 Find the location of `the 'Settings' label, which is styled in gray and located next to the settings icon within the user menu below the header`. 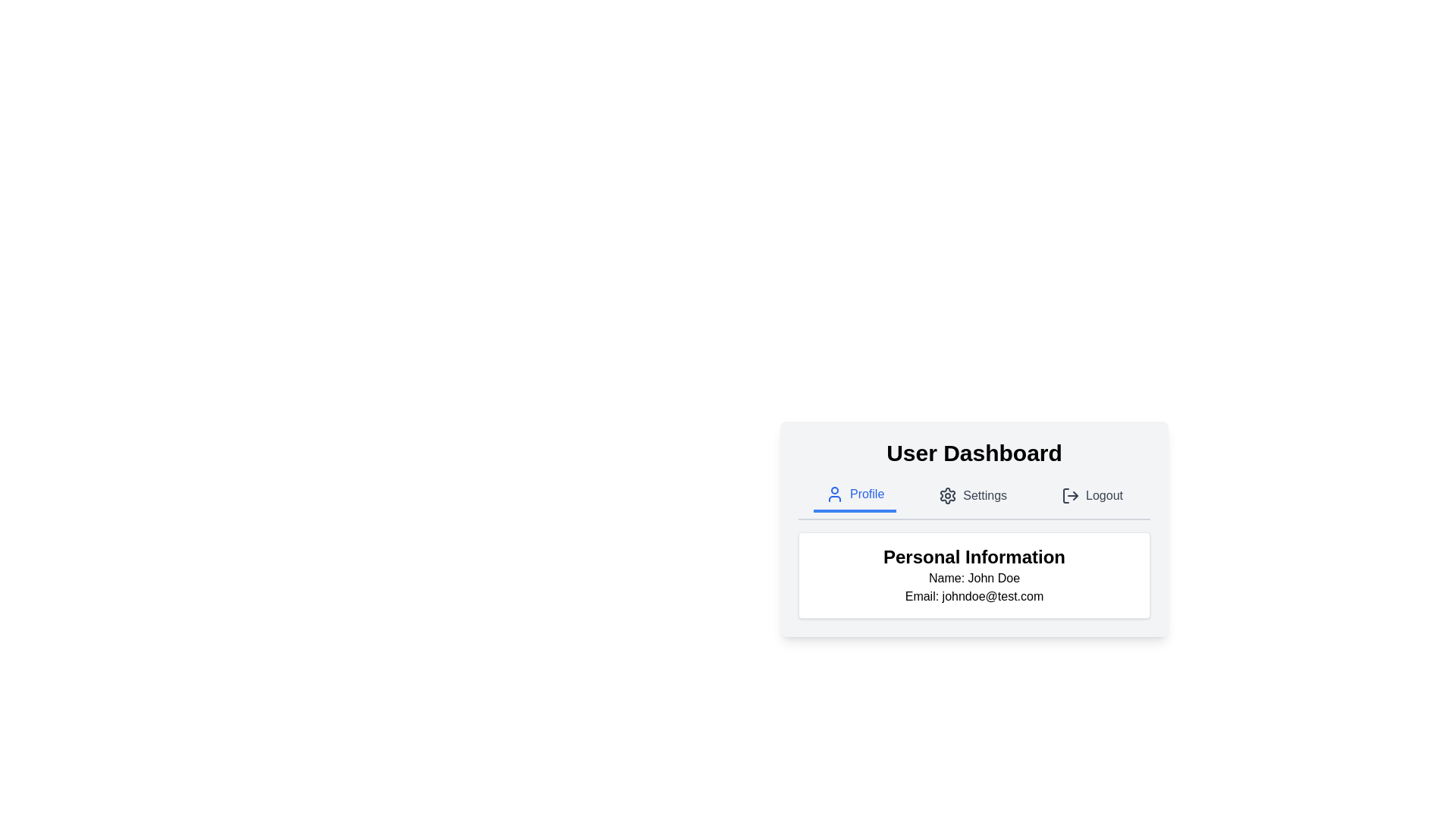

the 'Settings' label, which is styled in gray and located next to the settings icon within the user menu below the header is located at coordinates (985, 496).